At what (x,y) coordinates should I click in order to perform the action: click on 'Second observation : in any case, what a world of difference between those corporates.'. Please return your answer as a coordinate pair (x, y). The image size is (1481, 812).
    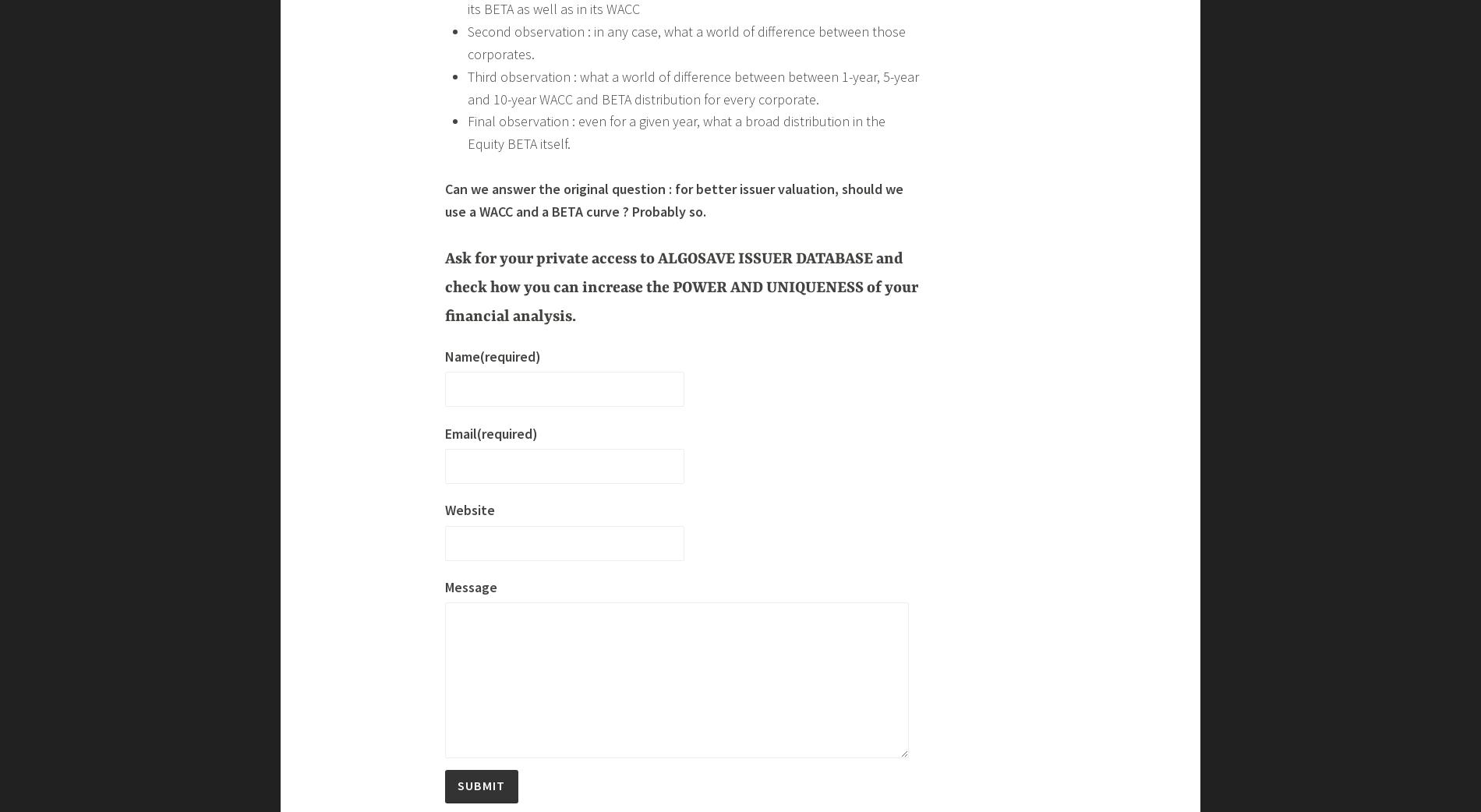
    Looking at the image, I should click on (685, 690).